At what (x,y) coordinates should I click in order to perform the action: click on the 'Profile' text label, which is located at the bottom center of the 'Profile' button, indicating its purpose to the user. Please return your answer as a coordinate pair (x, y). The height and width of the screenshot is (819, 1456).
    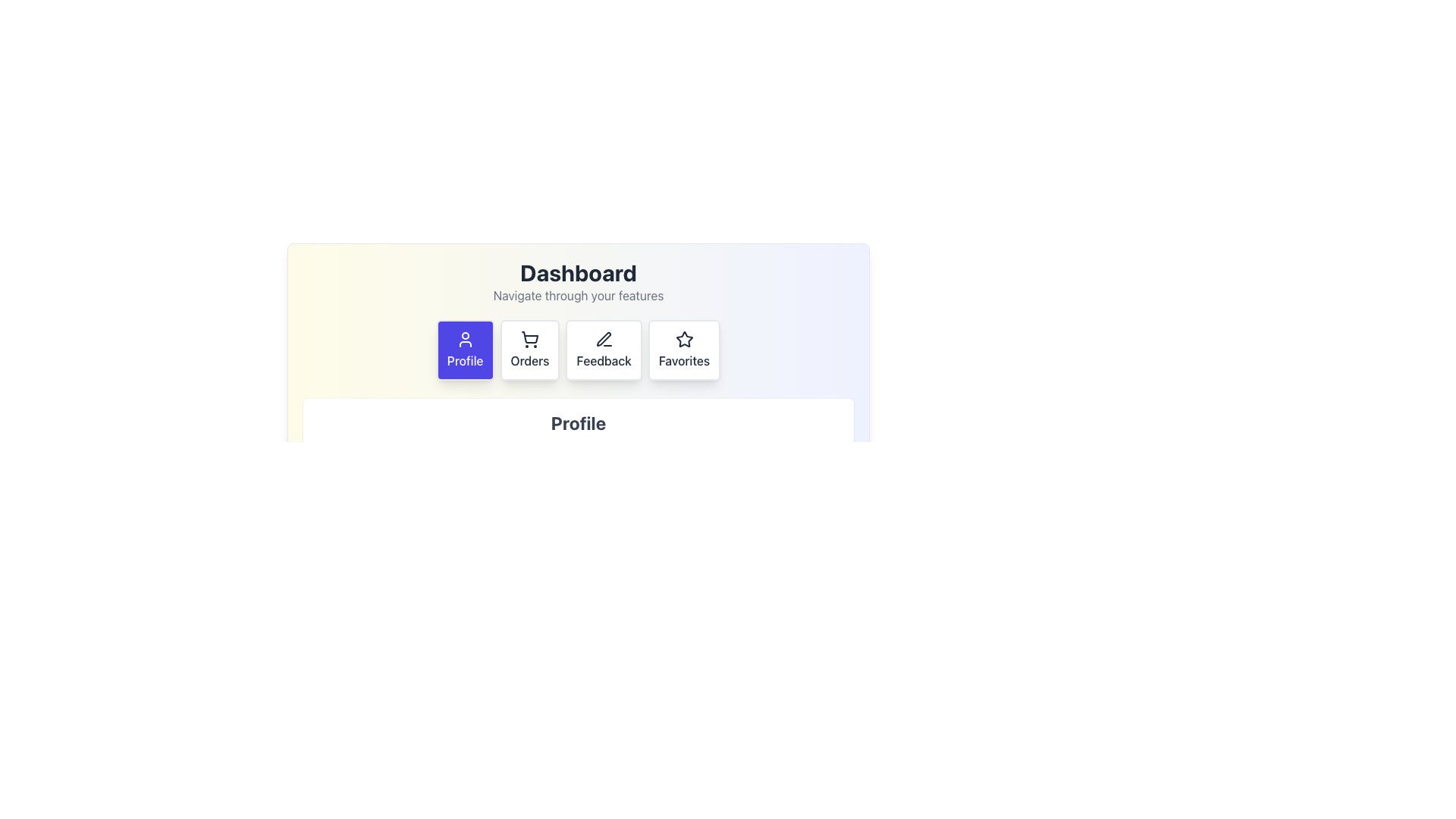
    Looking at the image, I should click on (464, 360).